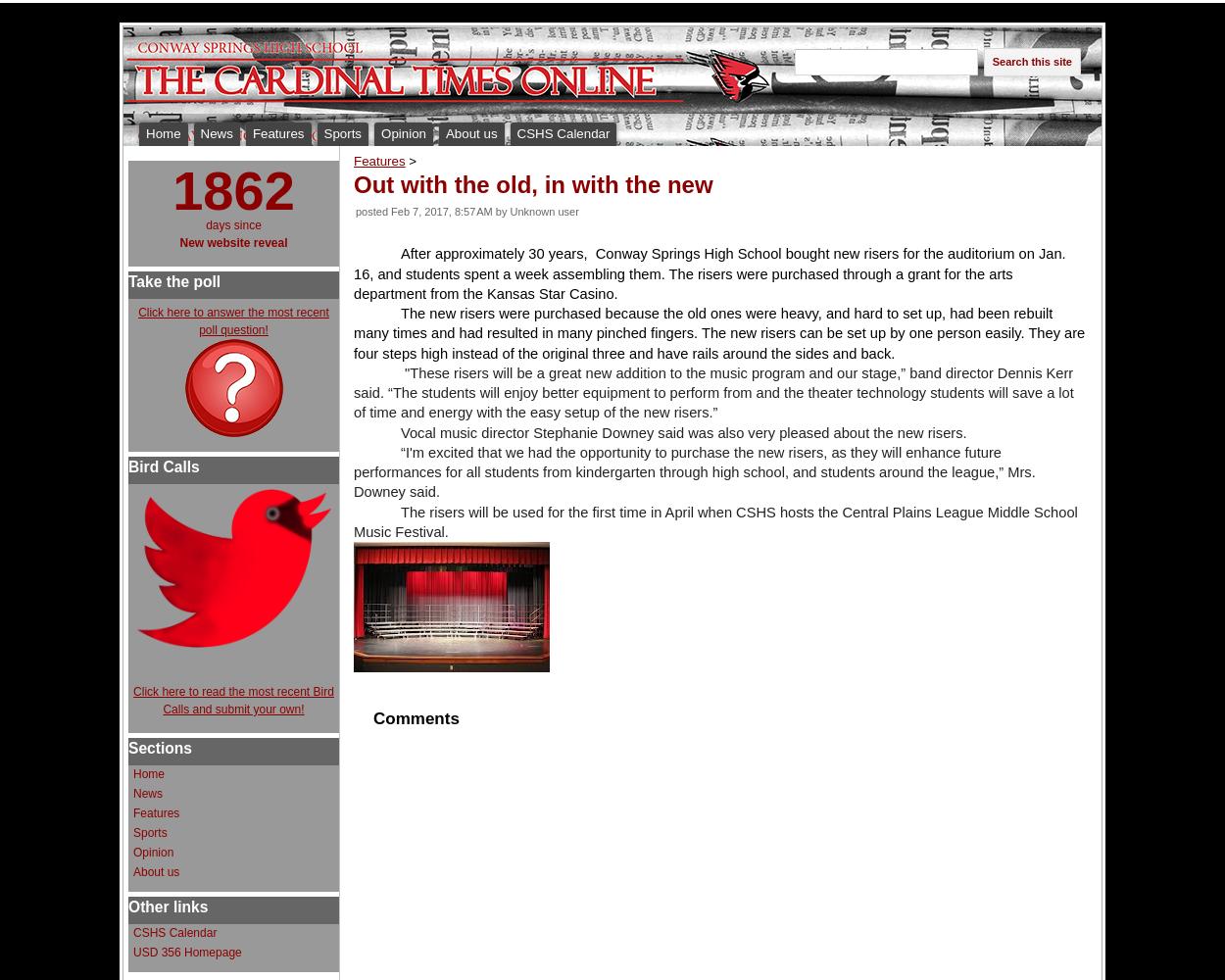 The width and height of the screenshot is (1225, 980). What do you see at coordinates (232, 223) in the screenshot?
I see `'days since'` at bounding box center [232, 223].